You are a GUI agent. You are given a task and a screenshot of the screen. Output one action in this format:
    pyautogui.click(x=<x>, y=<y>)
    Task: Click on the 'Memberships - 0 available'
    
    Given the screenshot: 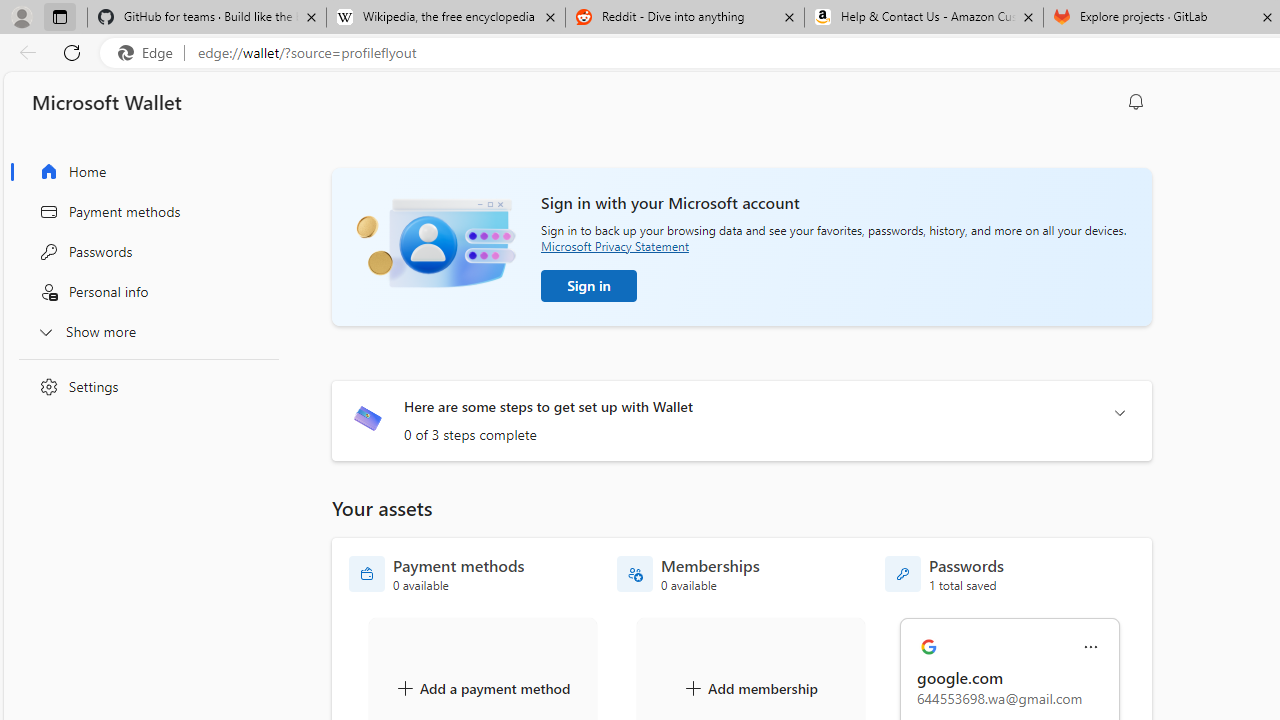 What is the action you would take?
    pyautogui.click(x=688, y=574)
    